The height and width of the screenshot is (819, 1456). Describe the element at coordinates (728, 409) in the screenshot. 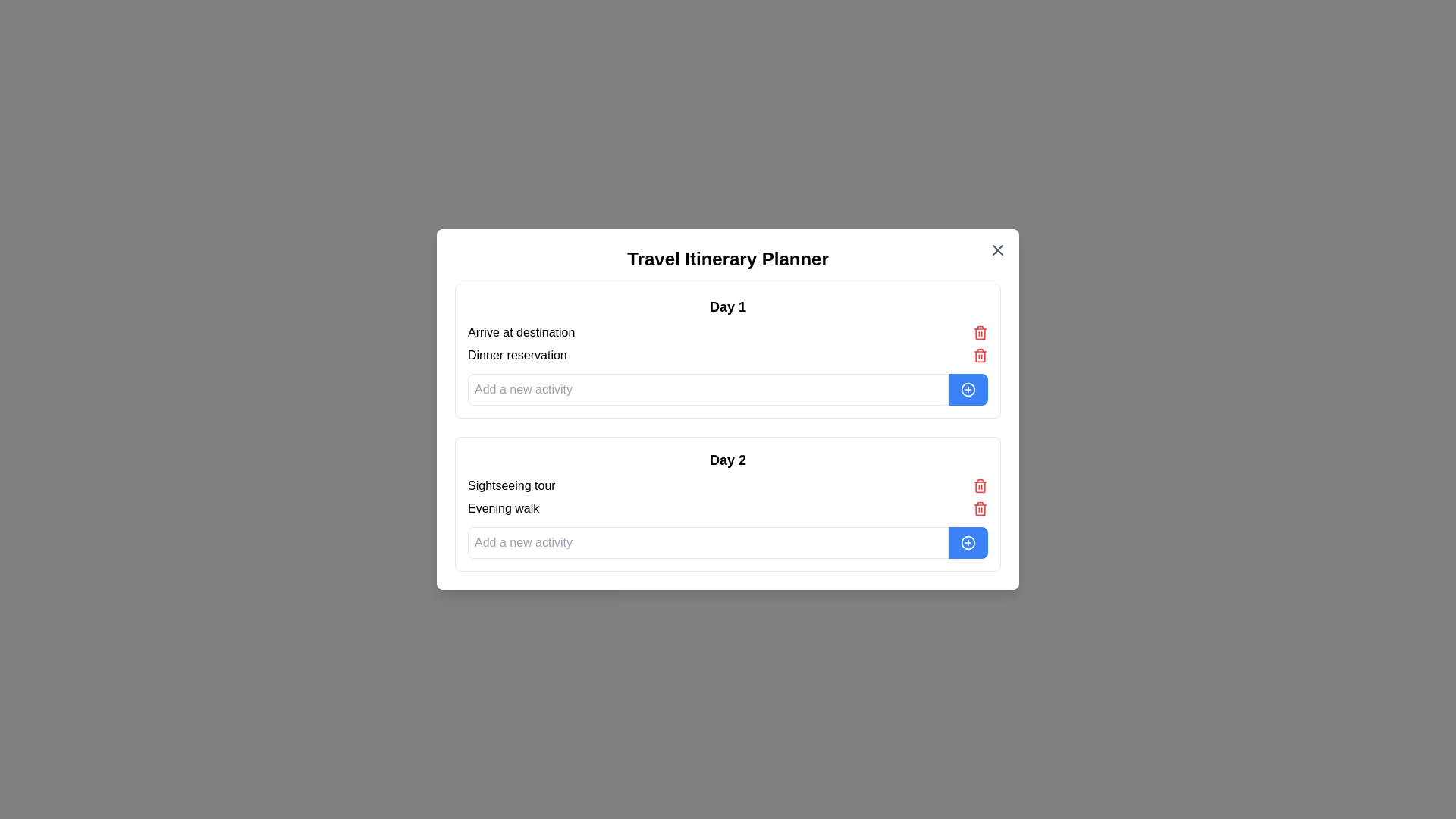

I see `the blue plus button located within the 'Travel Itinerary Planner' card` at that location.